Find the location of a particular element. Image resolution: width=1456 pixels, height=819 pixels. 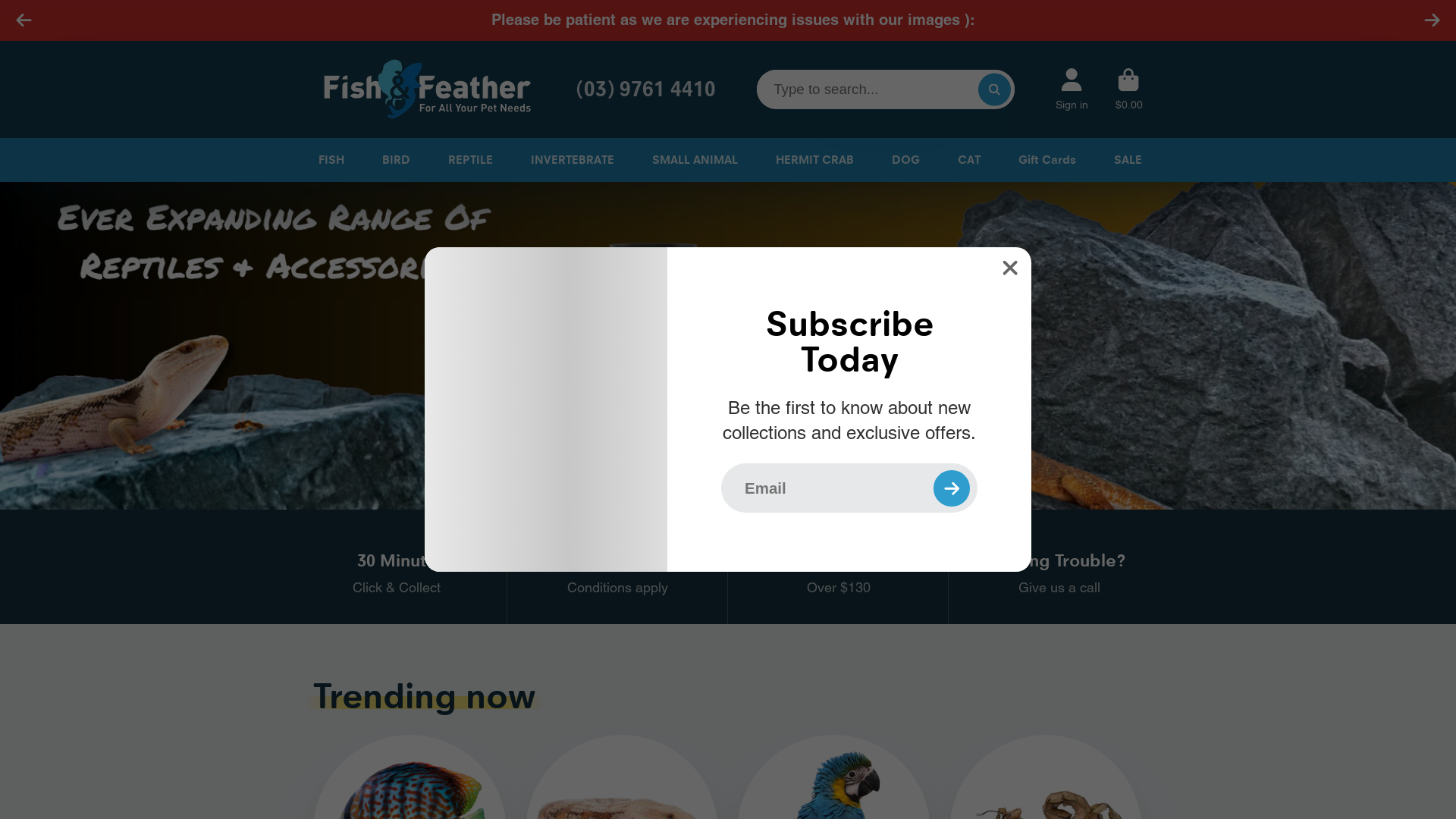

'INVERTEBRATE' is located at coordinates (570, 160).